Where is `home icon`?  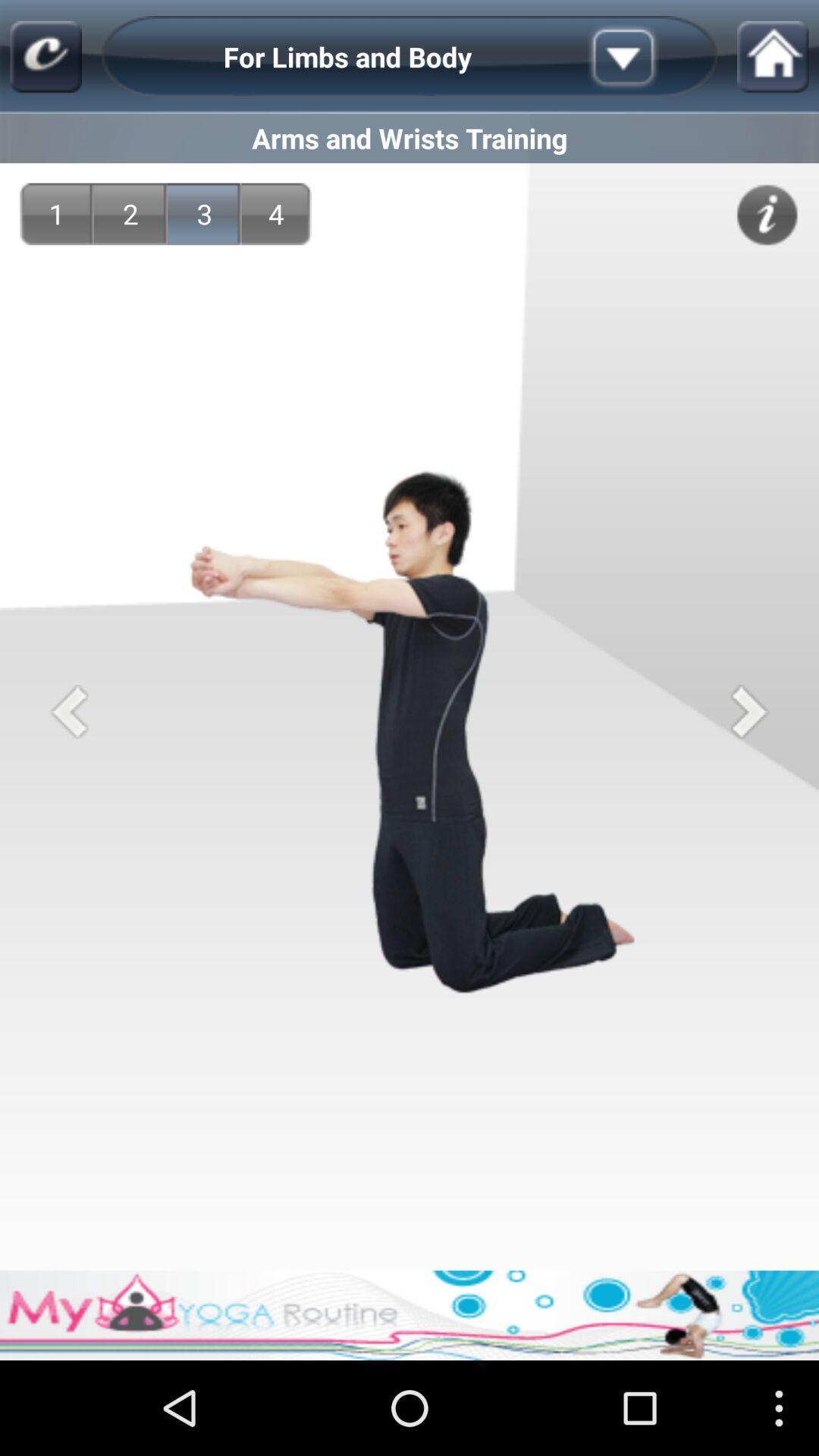
home icon is located at coordinates (773, 57).